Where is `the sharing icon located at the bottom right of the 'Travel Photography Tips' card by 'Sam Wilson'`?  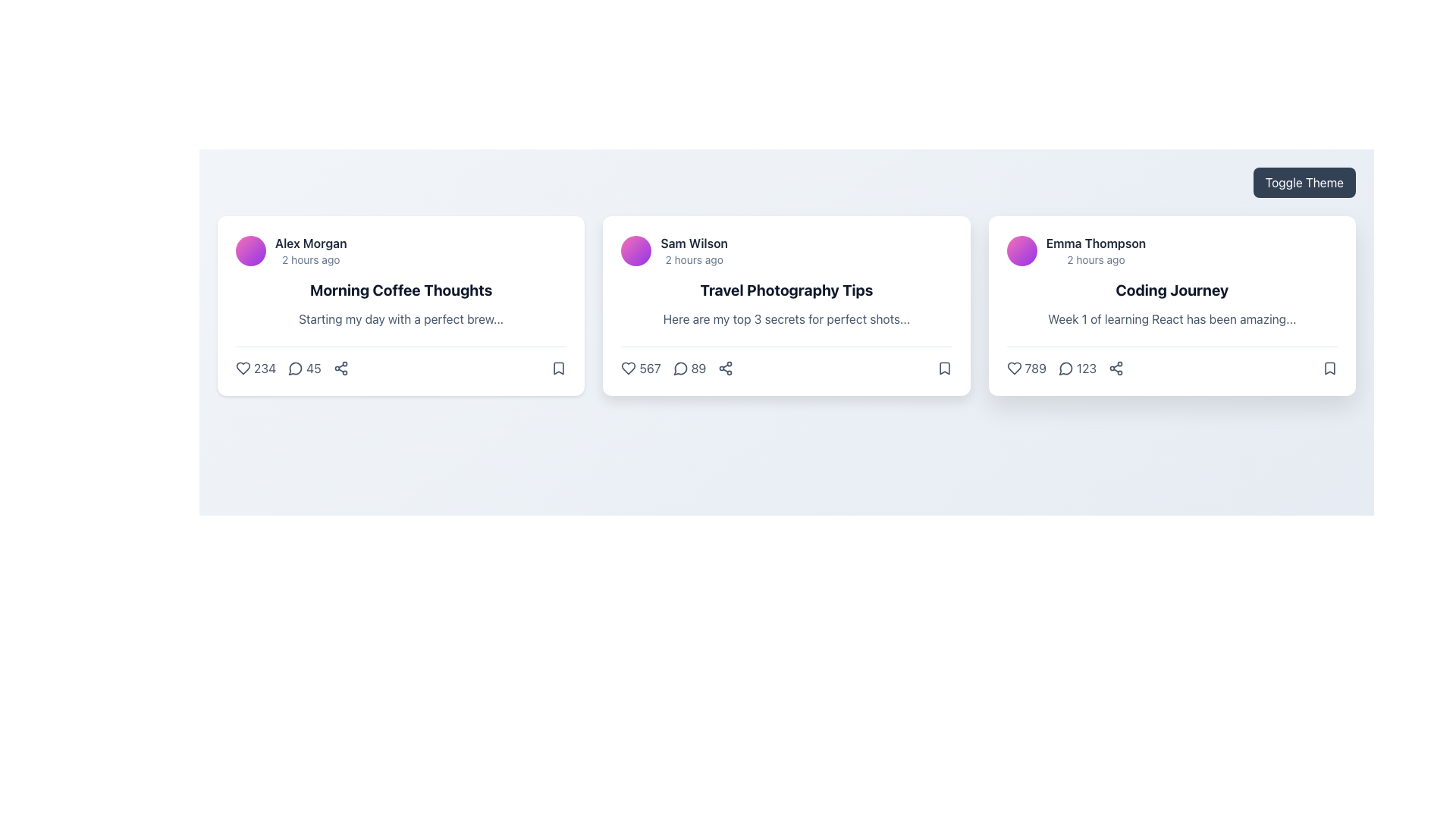 the sharing icon located at the bottom right of the 'Travel Photography Tips' card by 'Sam Wilson' is located at coordinates (725, 369).